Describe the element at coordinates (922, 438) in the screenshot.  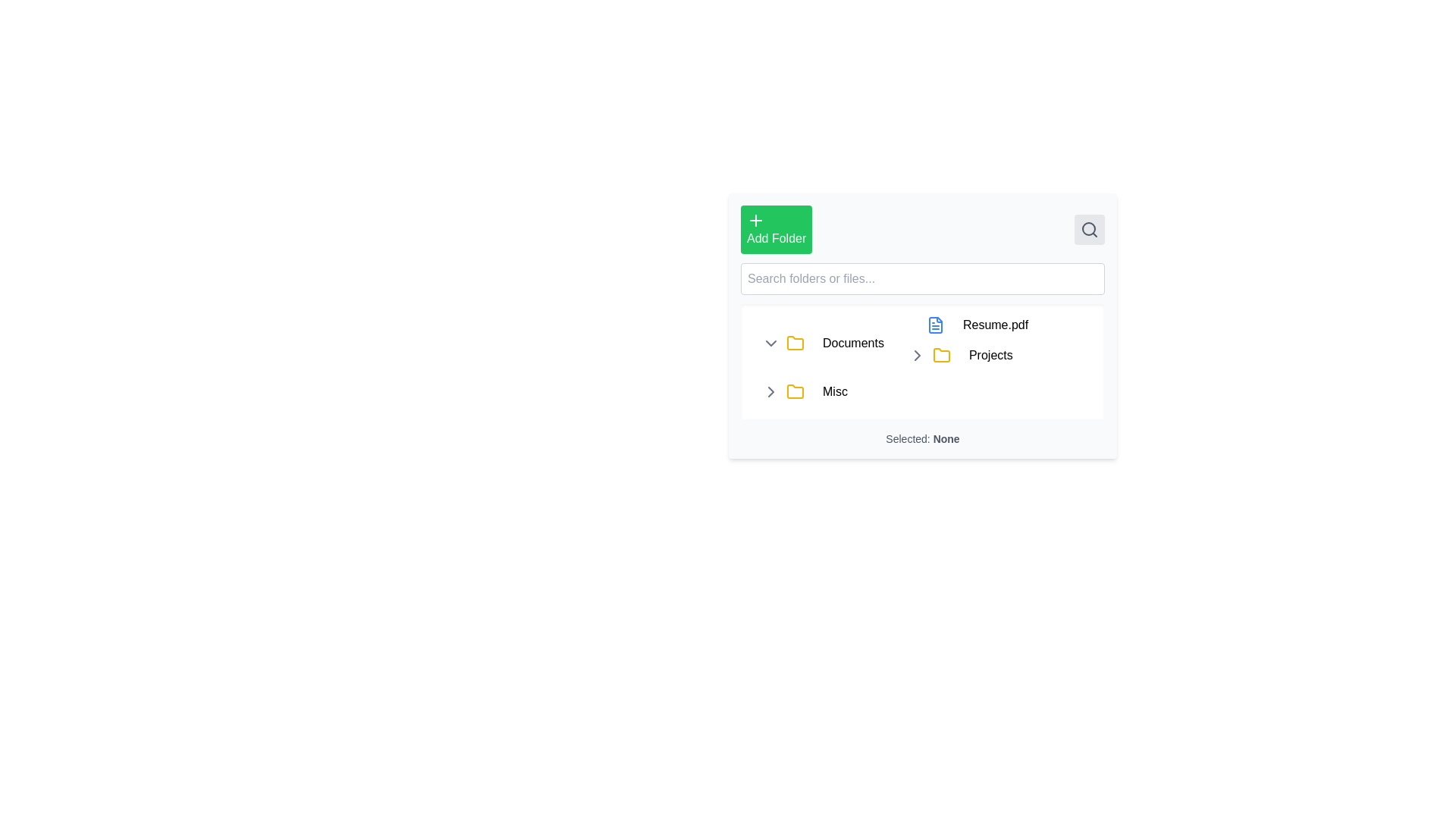
I see `displayed text from the text label that shows the currently selected item, which currently indicates 'None'` at that location.